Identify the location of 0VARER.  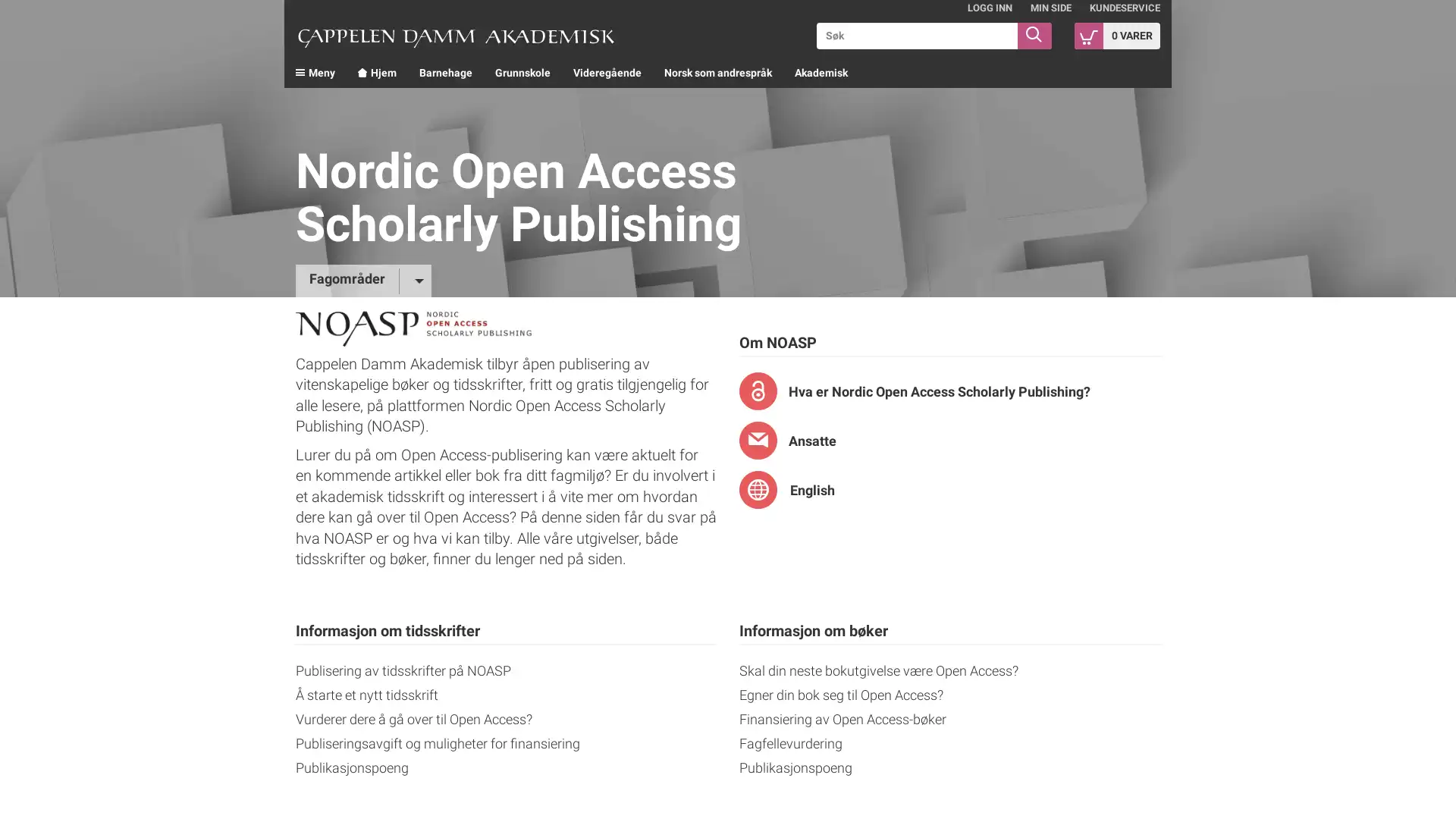
(1117, 34).